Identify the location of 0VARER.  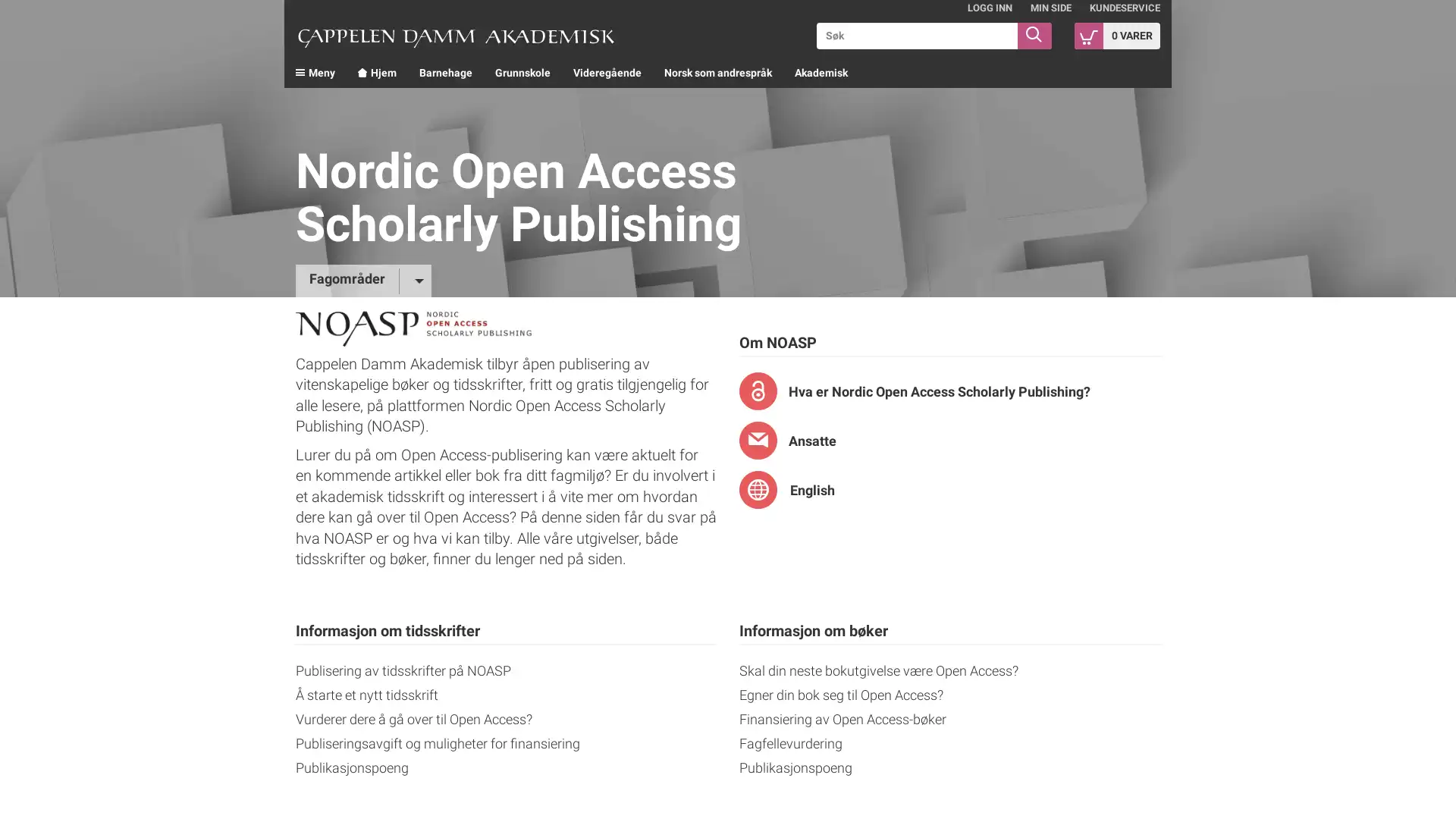
(1117, 34).